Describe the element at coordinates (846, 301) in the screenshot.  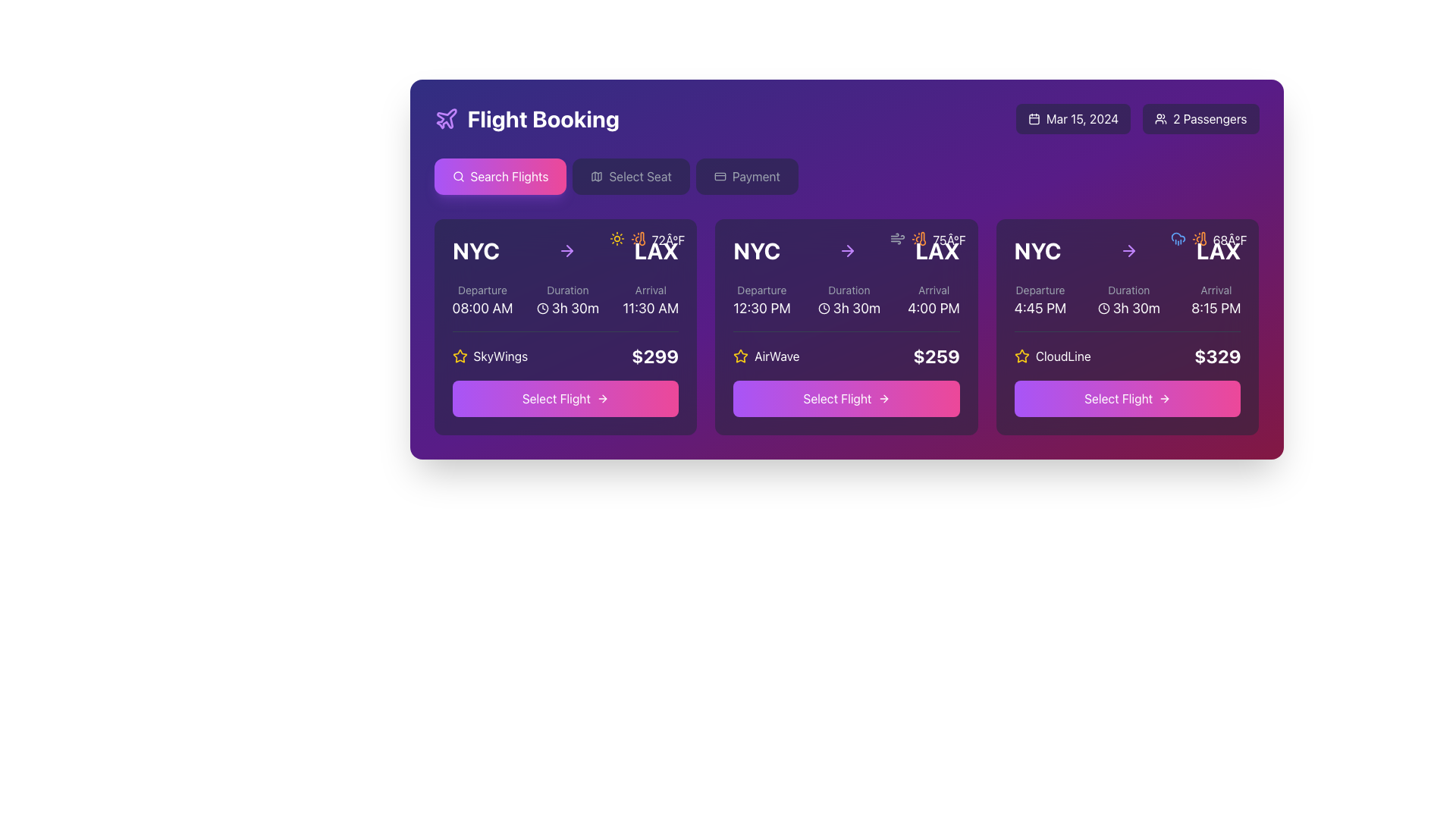
I see `the travel details displayed in the text-based informational display with a clock icon for duration, located in the middle travel option of the flight cards` at that location.